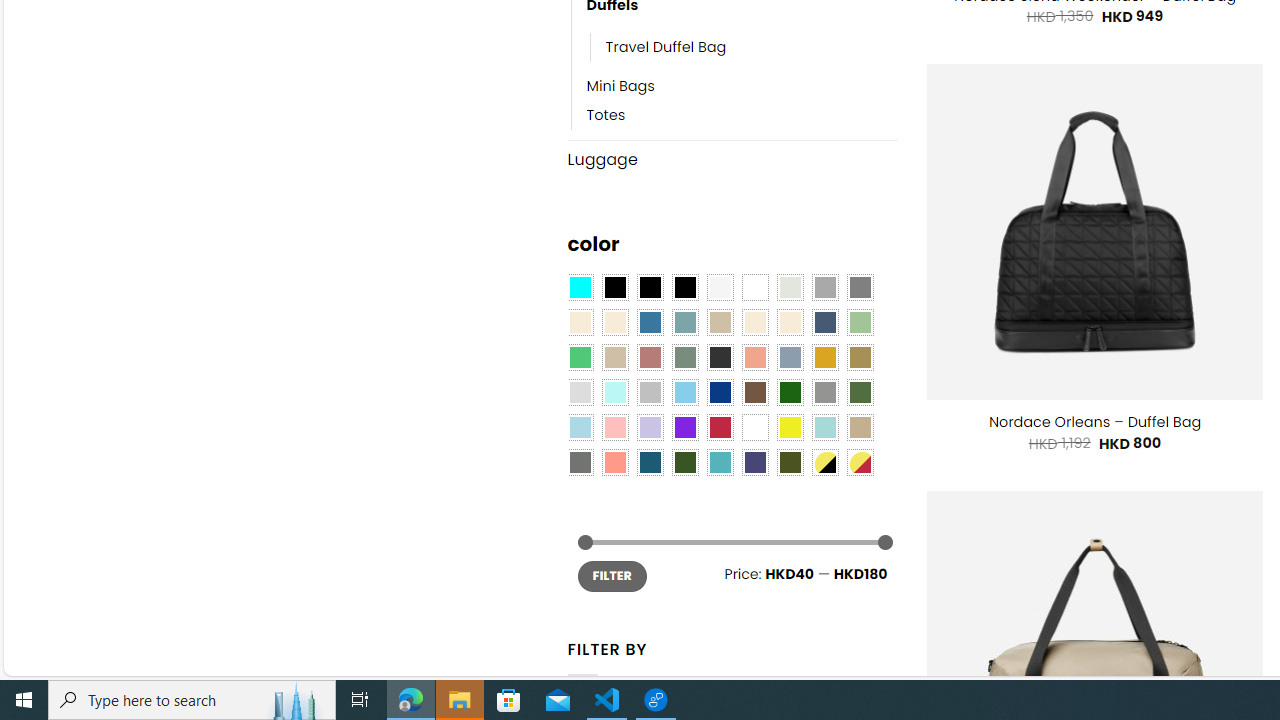 This screenshot has width=1280, height=720. What do you see at coordinates (860, 393) in the screenshot?
I see `'Green'` at bounding box center [860, 393].